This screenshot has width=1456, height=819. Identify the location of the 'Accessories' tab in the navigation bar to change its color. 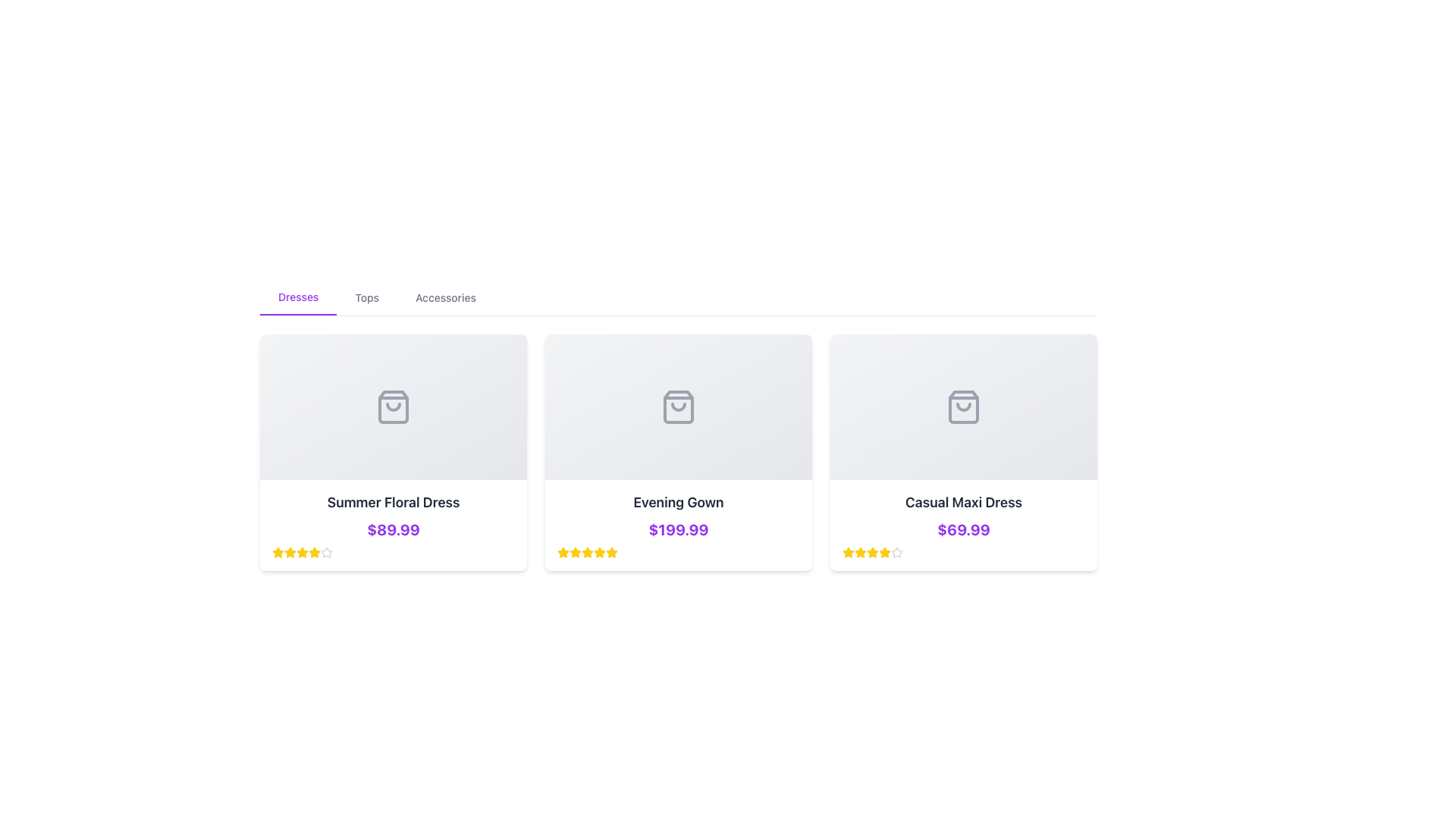
(444, 298).